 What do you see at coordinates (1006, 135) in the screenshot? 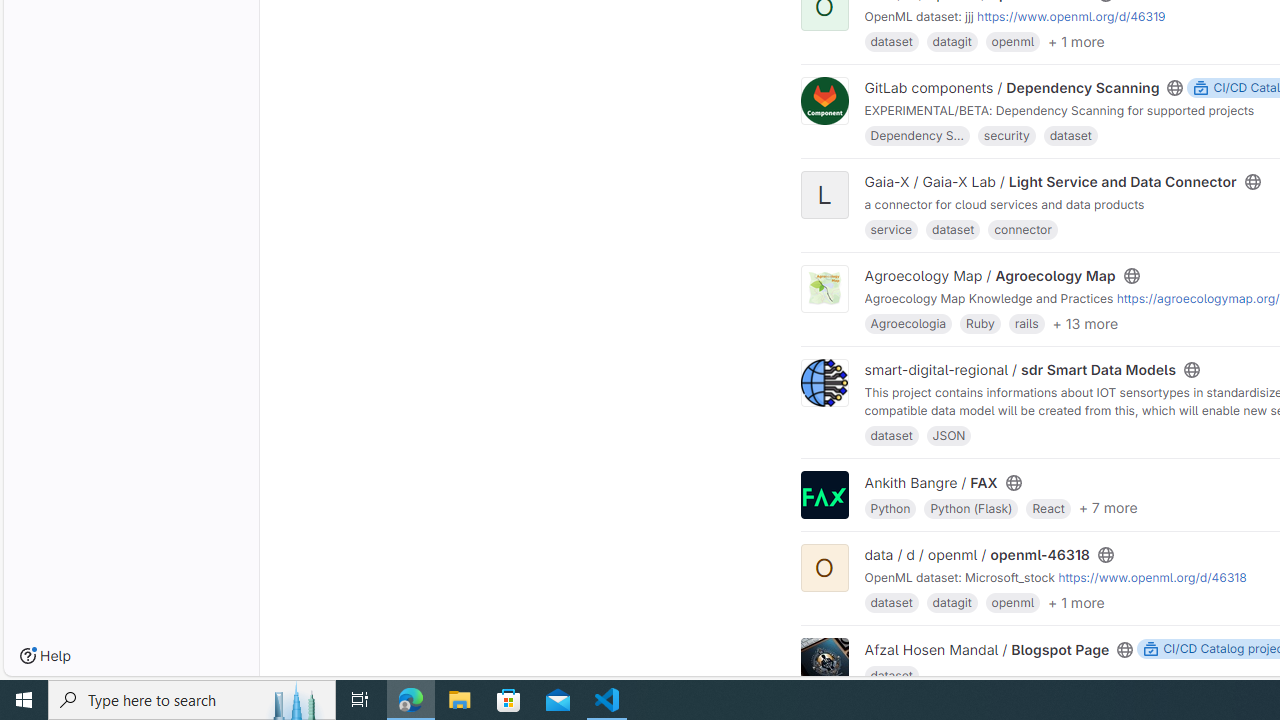
I see `'security'` at bounding box center [1006, 135].